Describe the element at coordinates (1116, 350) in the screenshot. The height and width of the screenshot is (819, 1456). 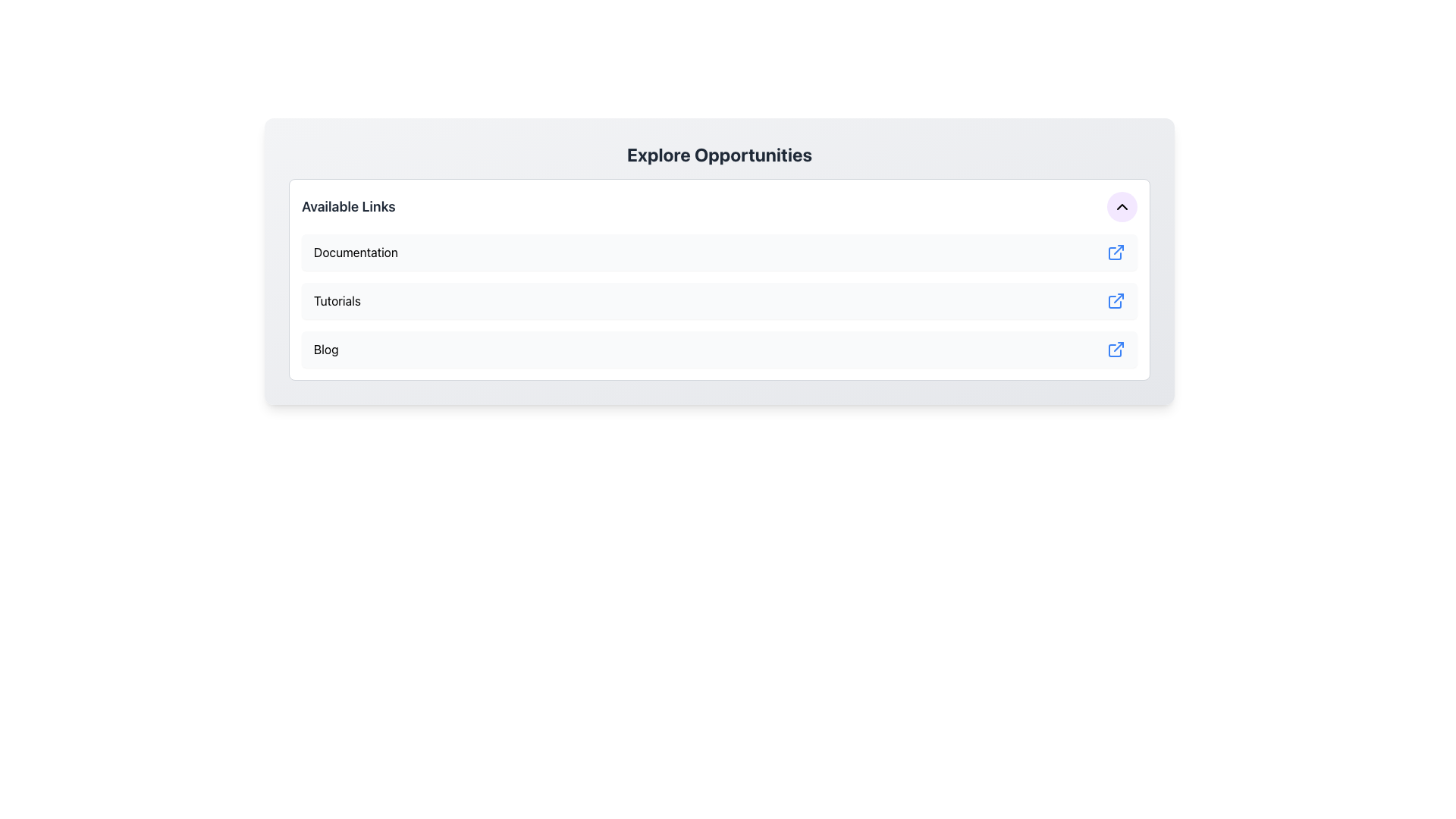
I see `the link icon located to the right of the 'Blog' text label` at that location.